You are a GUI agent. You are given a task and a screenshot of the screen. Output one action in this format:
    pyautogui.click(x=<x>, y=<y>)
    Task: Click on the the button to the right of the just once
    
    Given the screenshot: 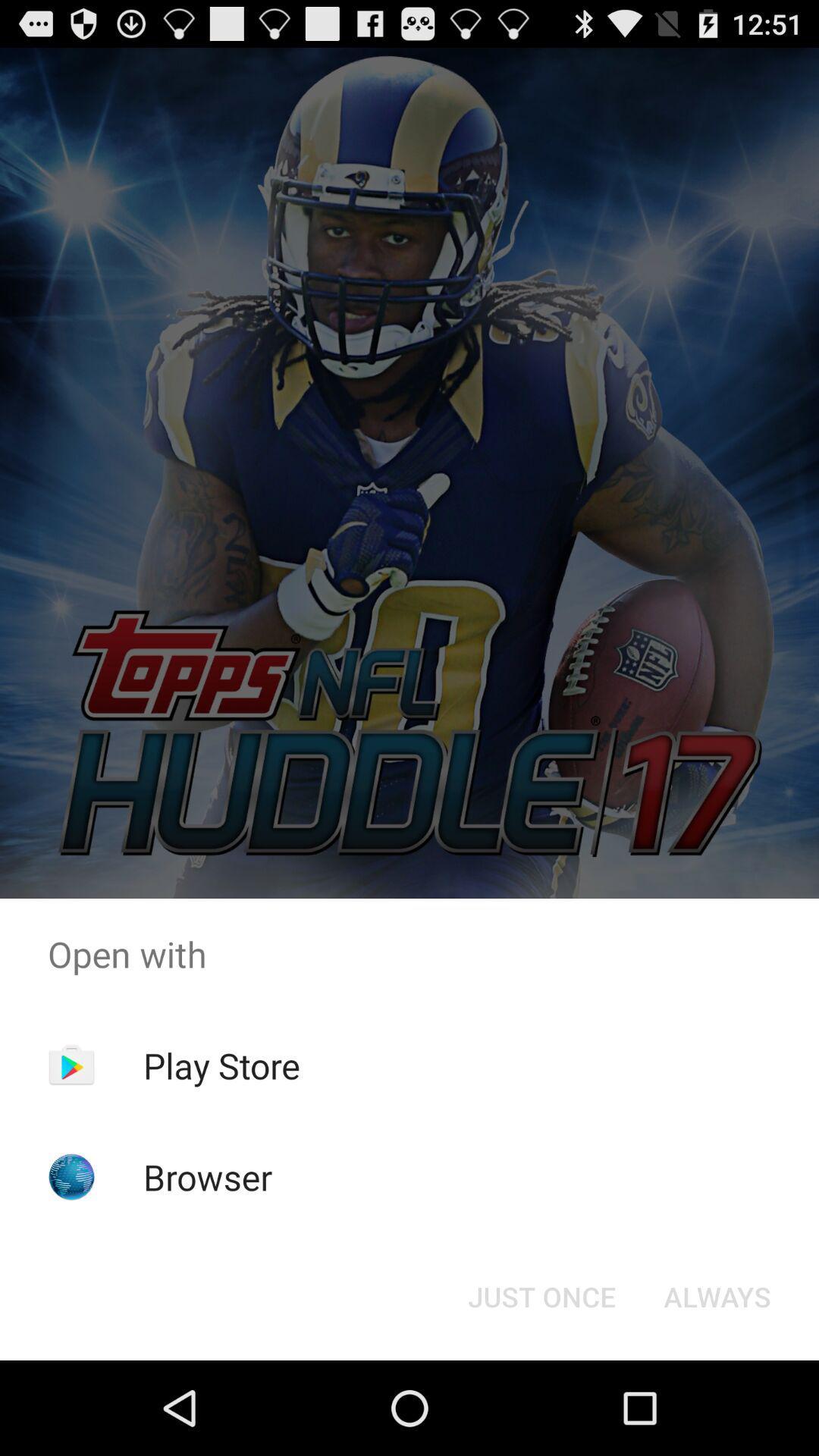 What is the action you would take?
    pyautogui.click(x=717, y=1295)
    